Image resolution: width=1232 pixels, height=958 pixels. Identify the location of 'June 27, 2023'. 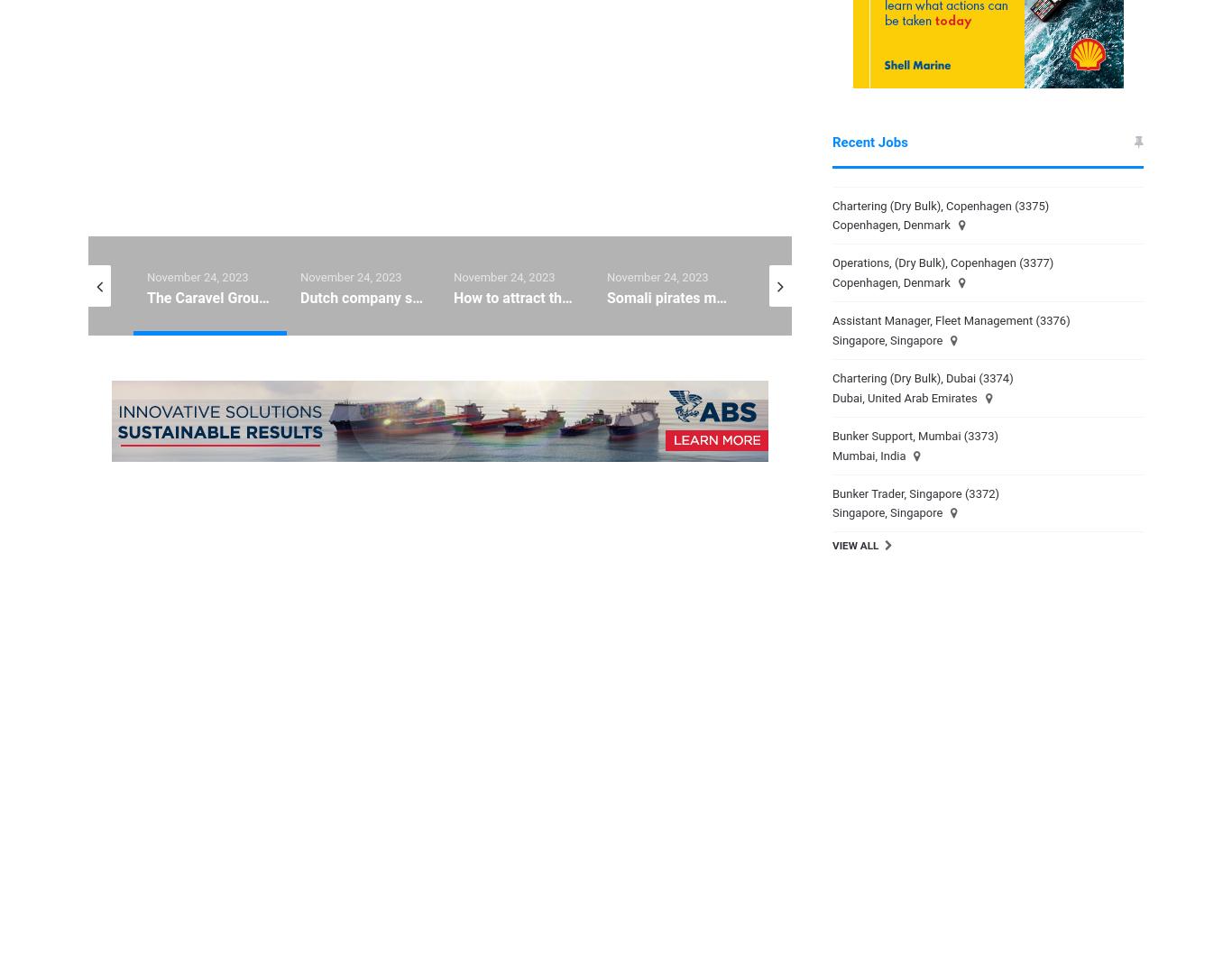
(986, 845).